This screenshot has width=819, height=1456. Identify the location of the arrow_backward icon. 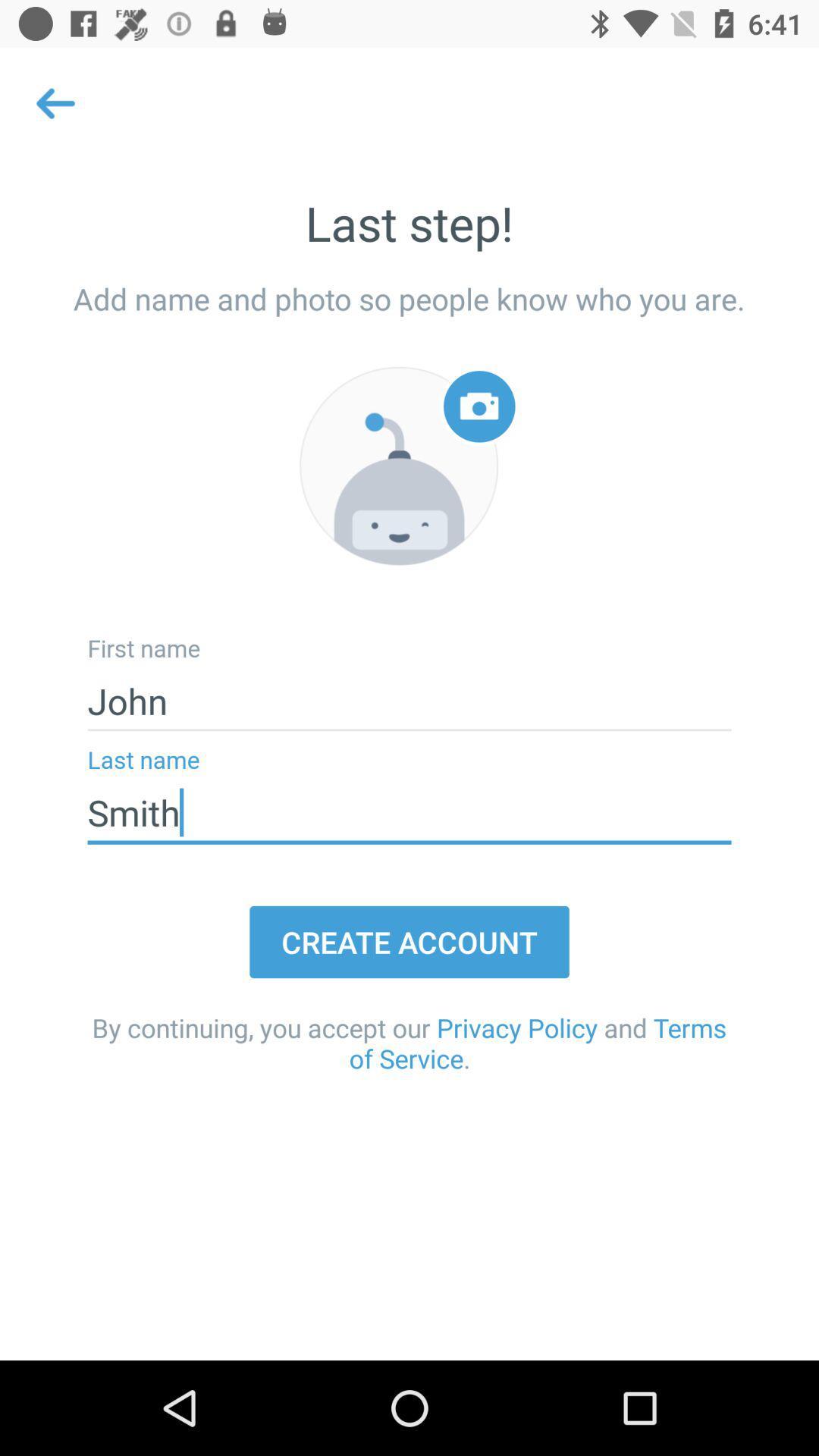
(55, 102).